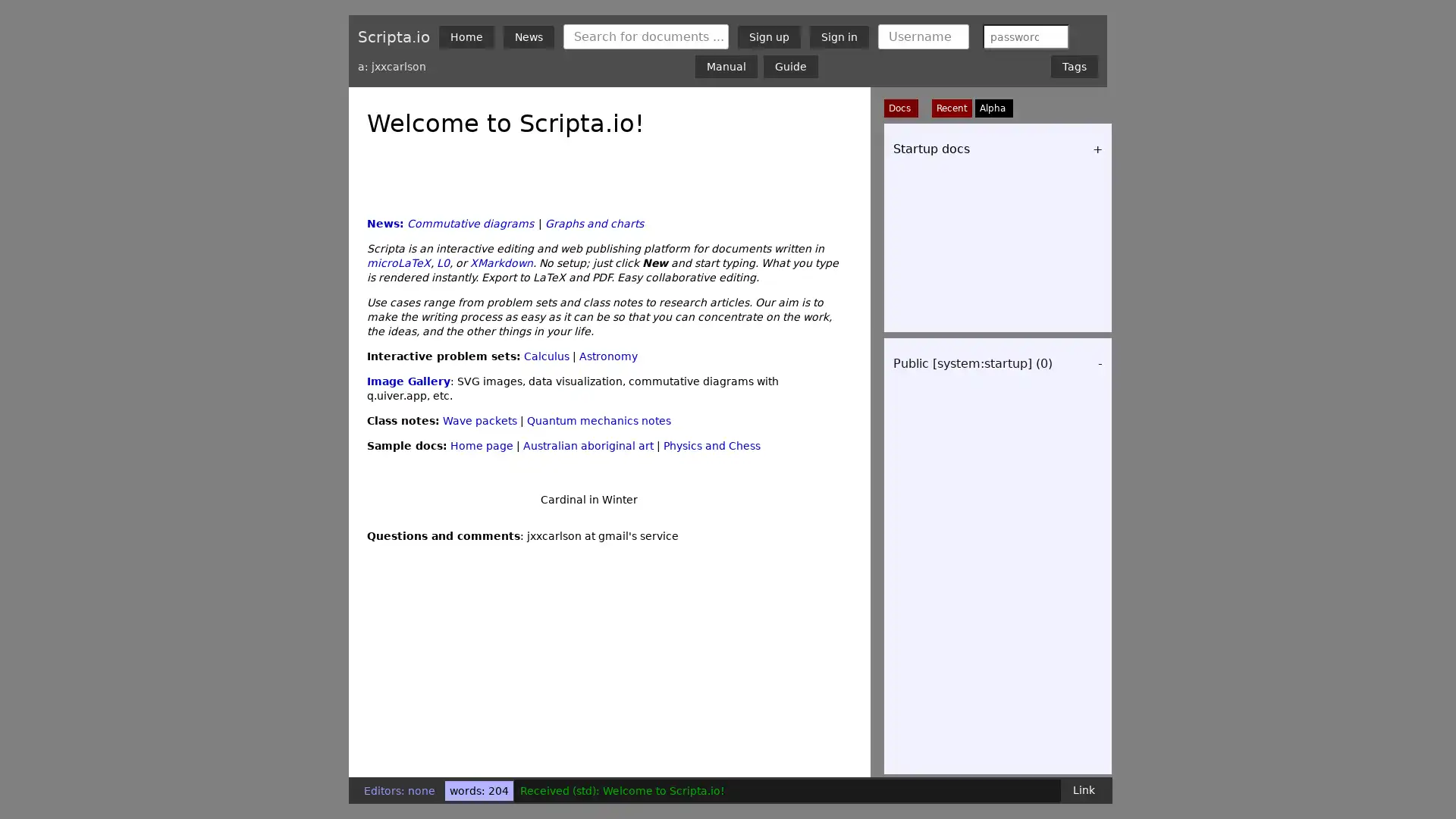 This screenshot has width=1456, height=819. Describe the element at coordinates (588, 563) in the screenshot. I see `Australian aboriginal art` at that location.